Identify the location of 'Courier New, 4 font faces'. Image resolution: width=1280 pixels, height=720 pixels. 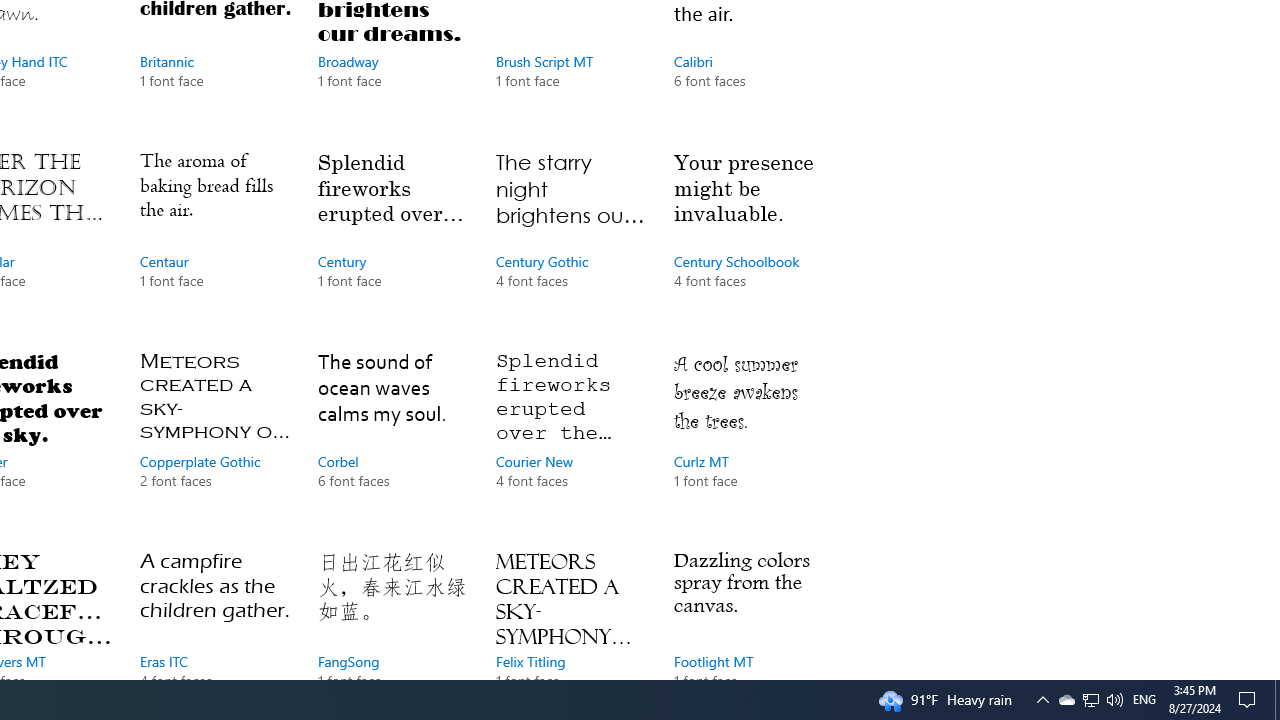
(569, 438).